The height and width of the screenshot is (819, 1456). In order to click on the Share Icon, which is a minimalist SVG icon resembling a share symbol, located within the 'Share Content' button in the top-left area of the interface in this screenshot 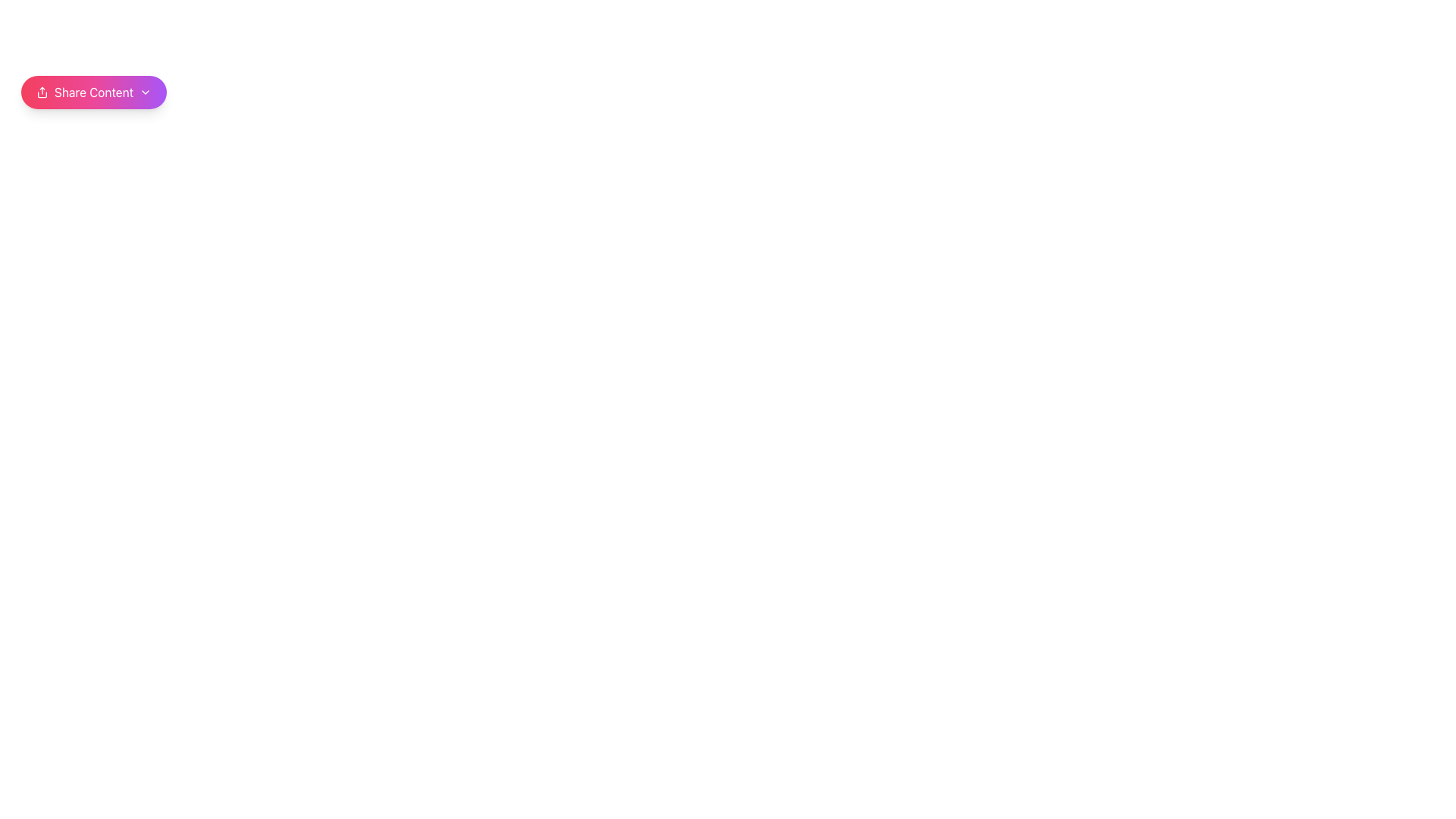, I will do `click(42, 93)`.